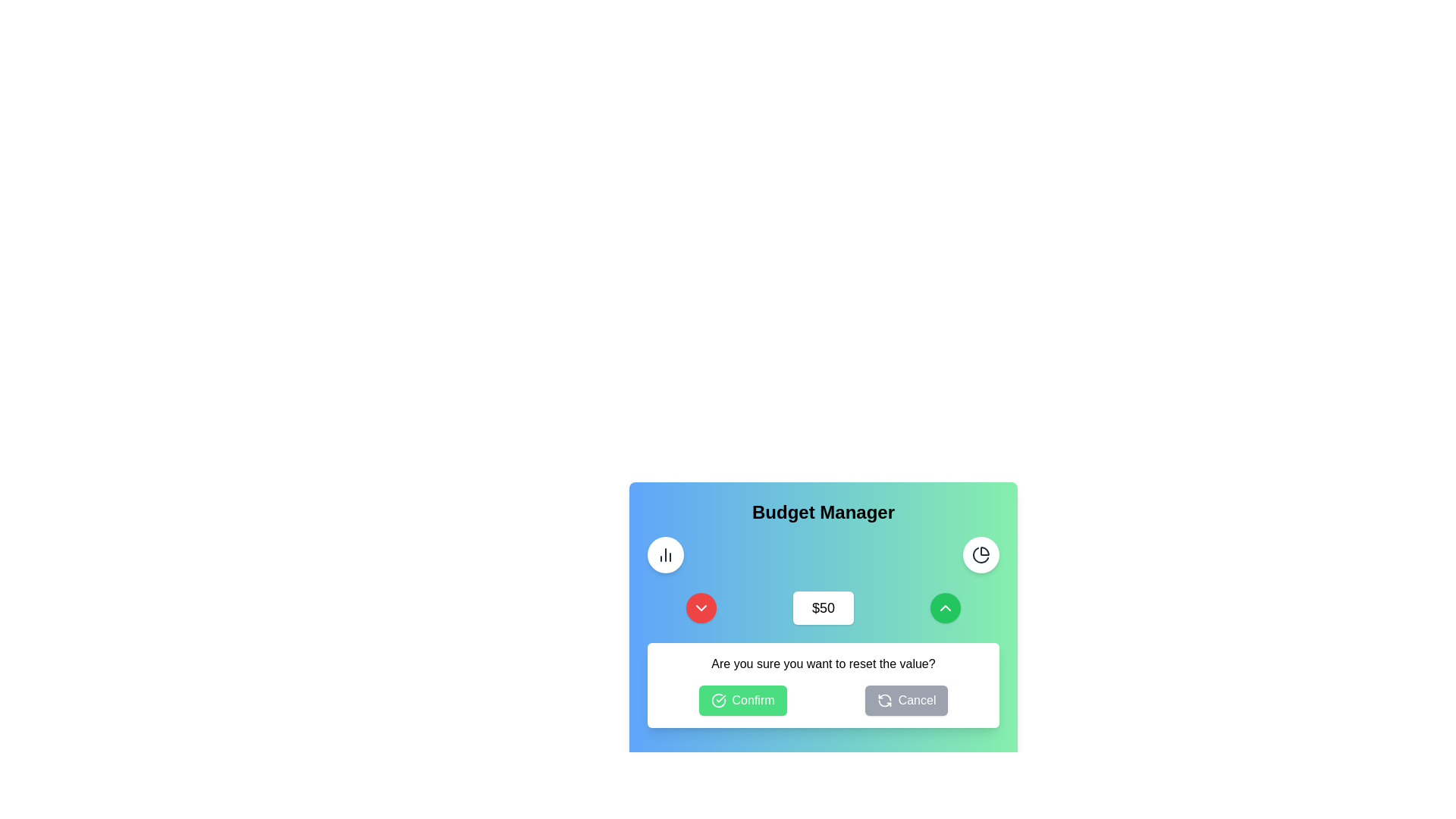  I want to click on the circular button located at the lower left of the main interface, so click(700, 607).